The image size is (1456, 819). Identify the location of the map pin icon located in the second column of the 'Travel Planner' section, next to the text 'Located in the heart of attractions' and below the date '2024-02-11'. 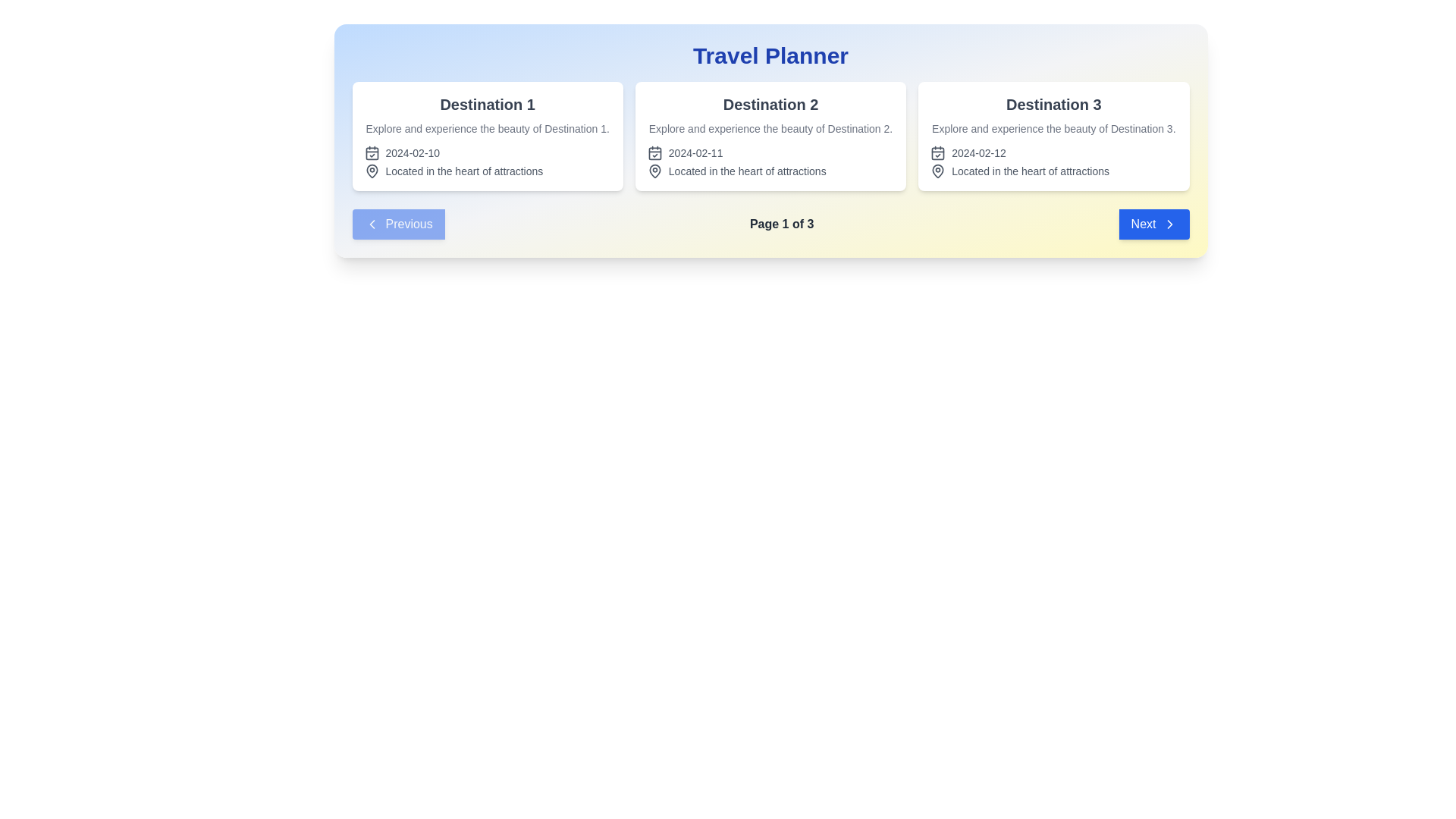
(654, 171).